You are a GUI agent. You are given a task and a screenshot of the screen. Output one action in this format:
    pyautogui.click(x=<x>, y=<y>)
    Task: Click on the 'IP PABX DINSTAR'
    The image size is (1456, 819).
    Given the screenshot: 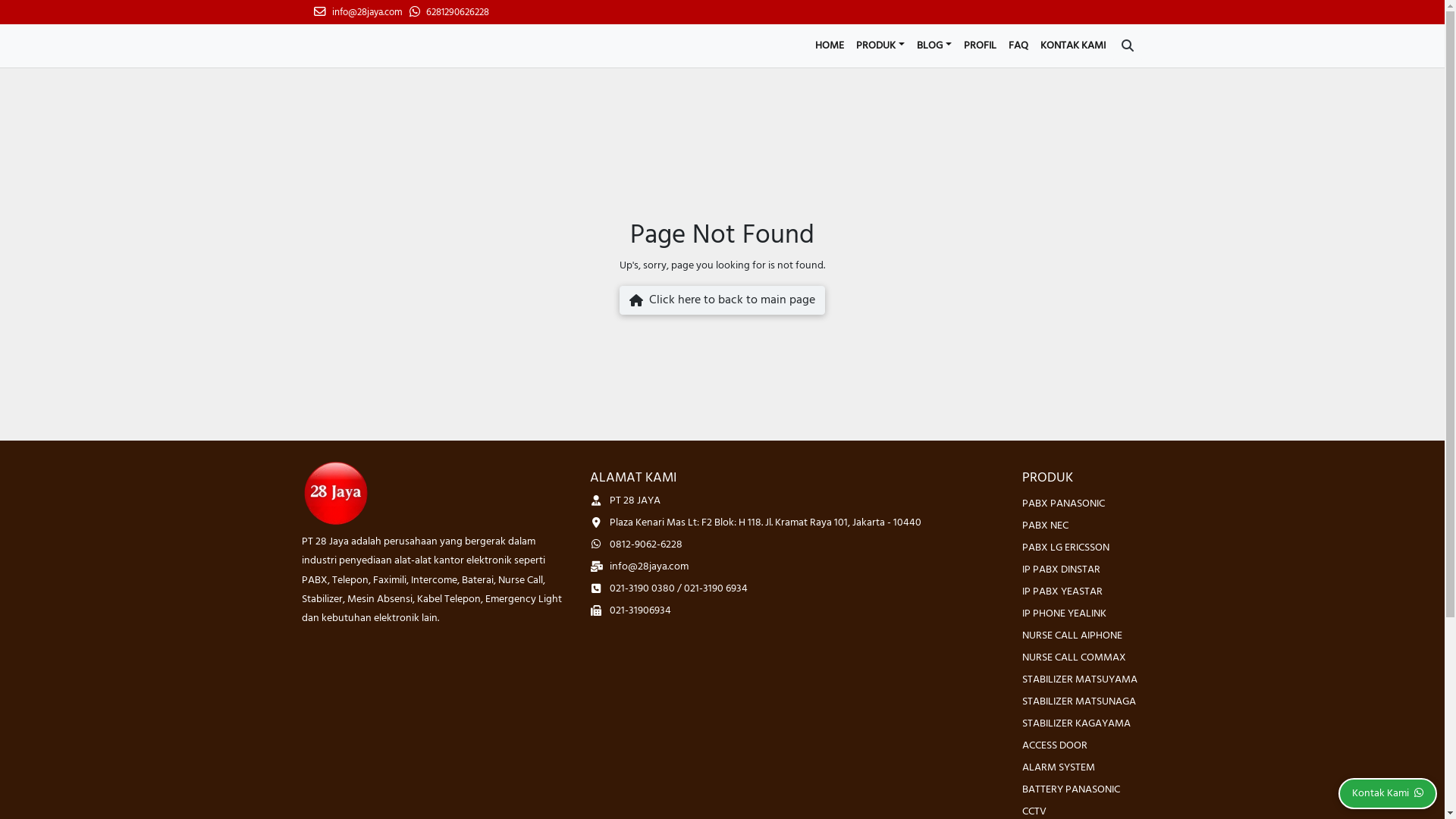 What is the action you would take?
    pyautogui.click(x=1060, y=570)
    